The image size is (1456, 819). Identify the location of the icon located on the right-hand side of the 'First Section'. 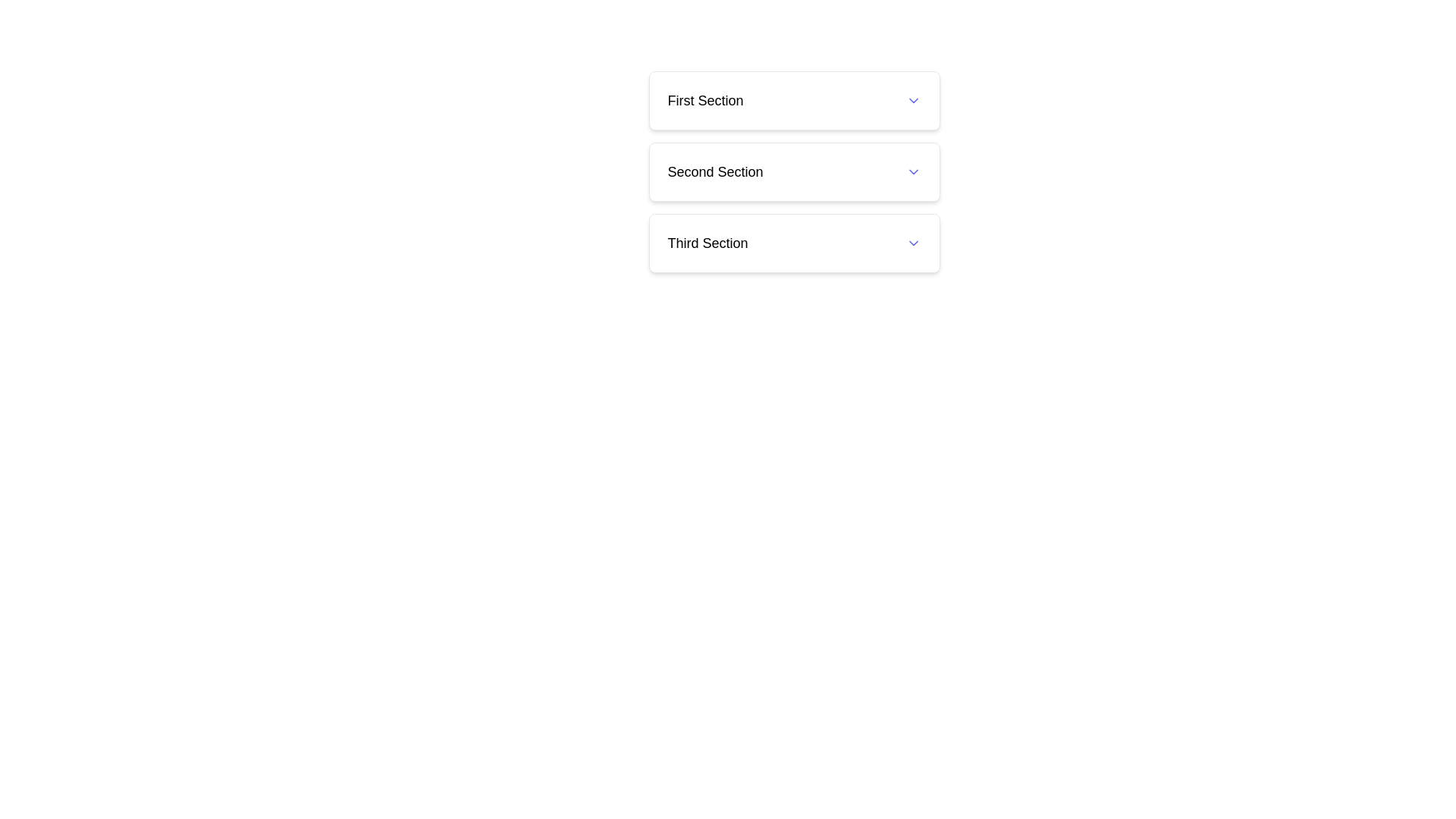
(912, 100).